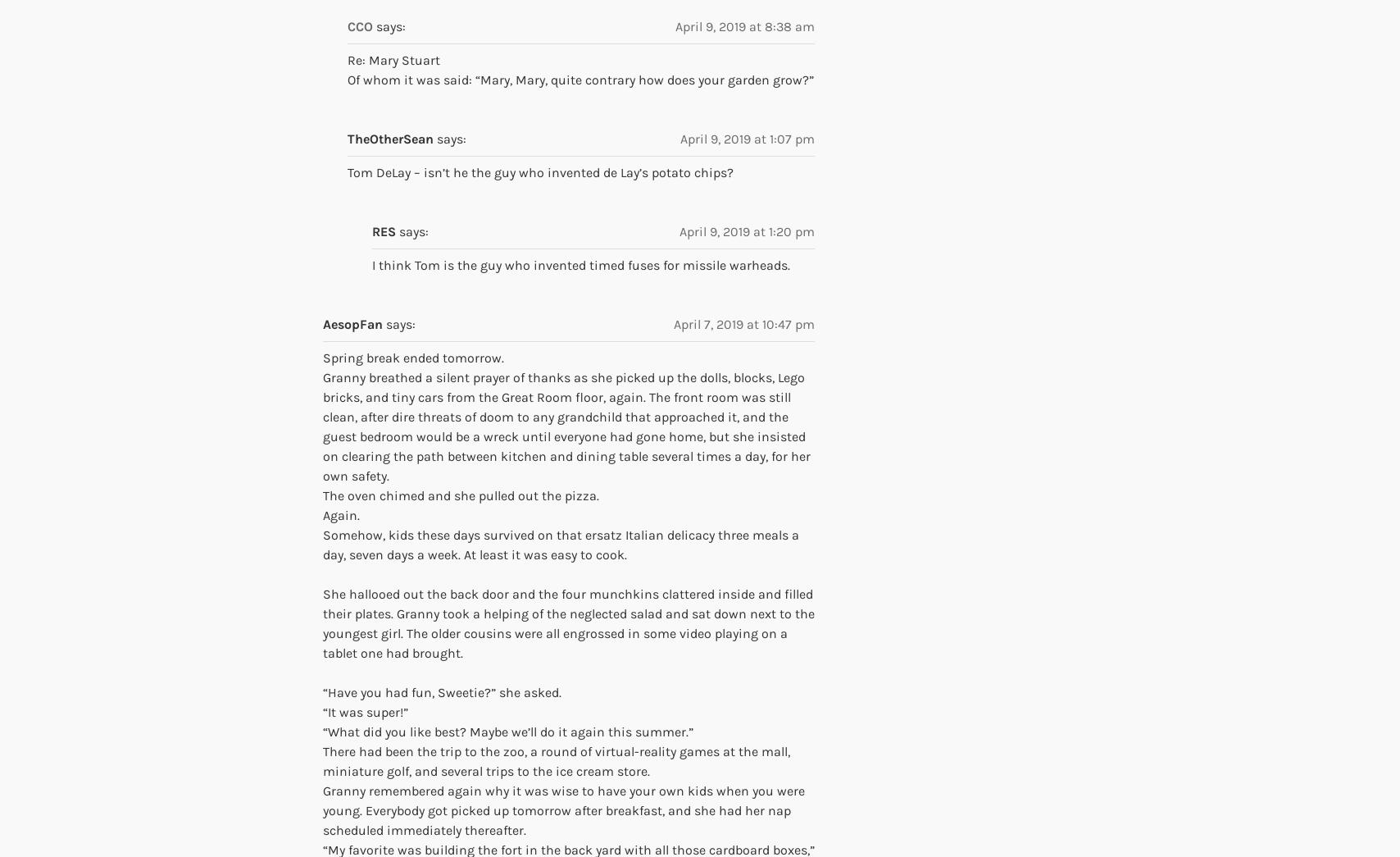 This screenshot has height=857, width=1400. What do you see at coordinates (747, 230) in the screenshot?
I see `'April 9, 2019 at 1:20 pm'` at bounding box center [747, 230].